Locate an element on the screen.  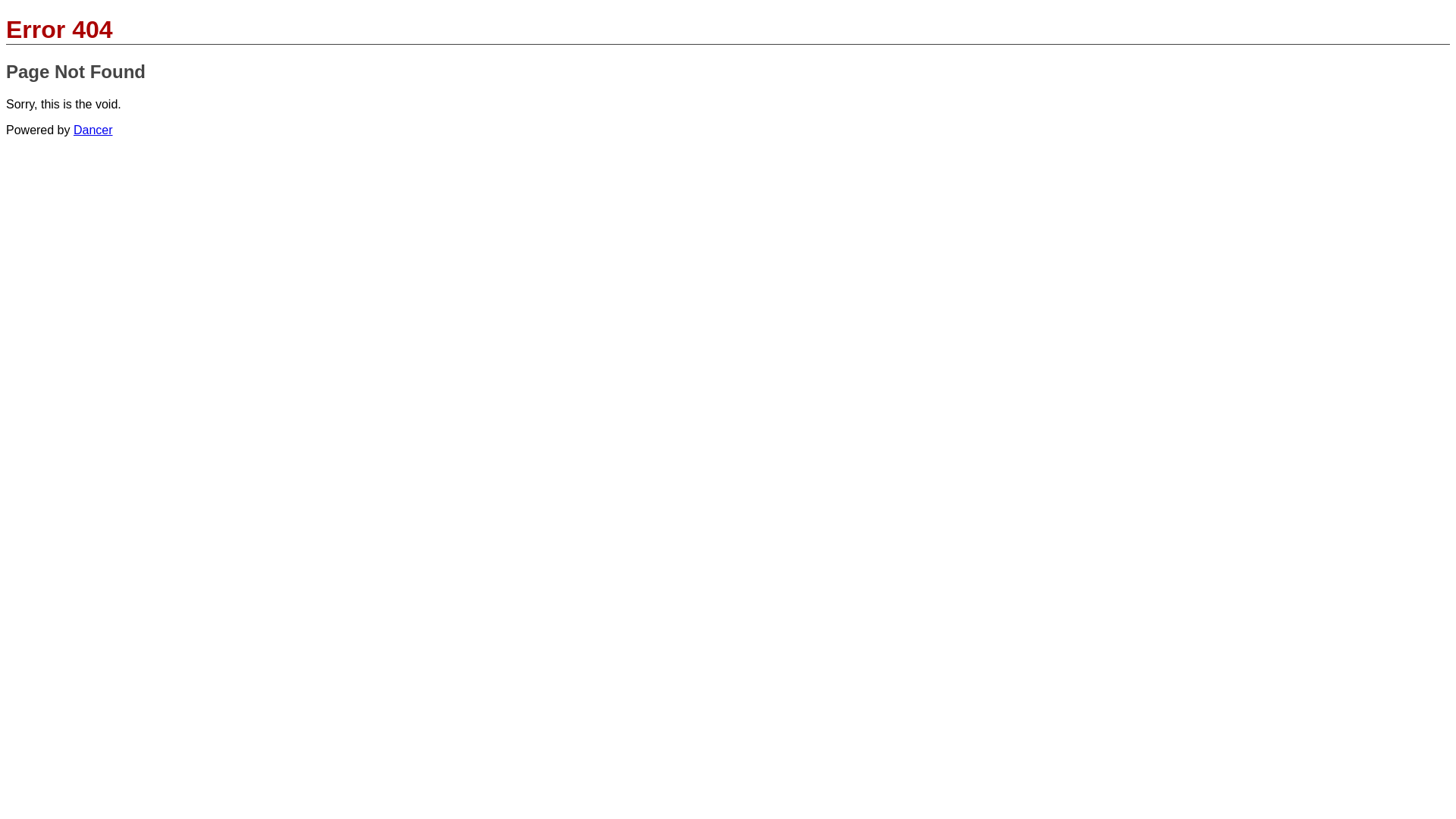
'Dancer' is located at coordinates (93, 129).